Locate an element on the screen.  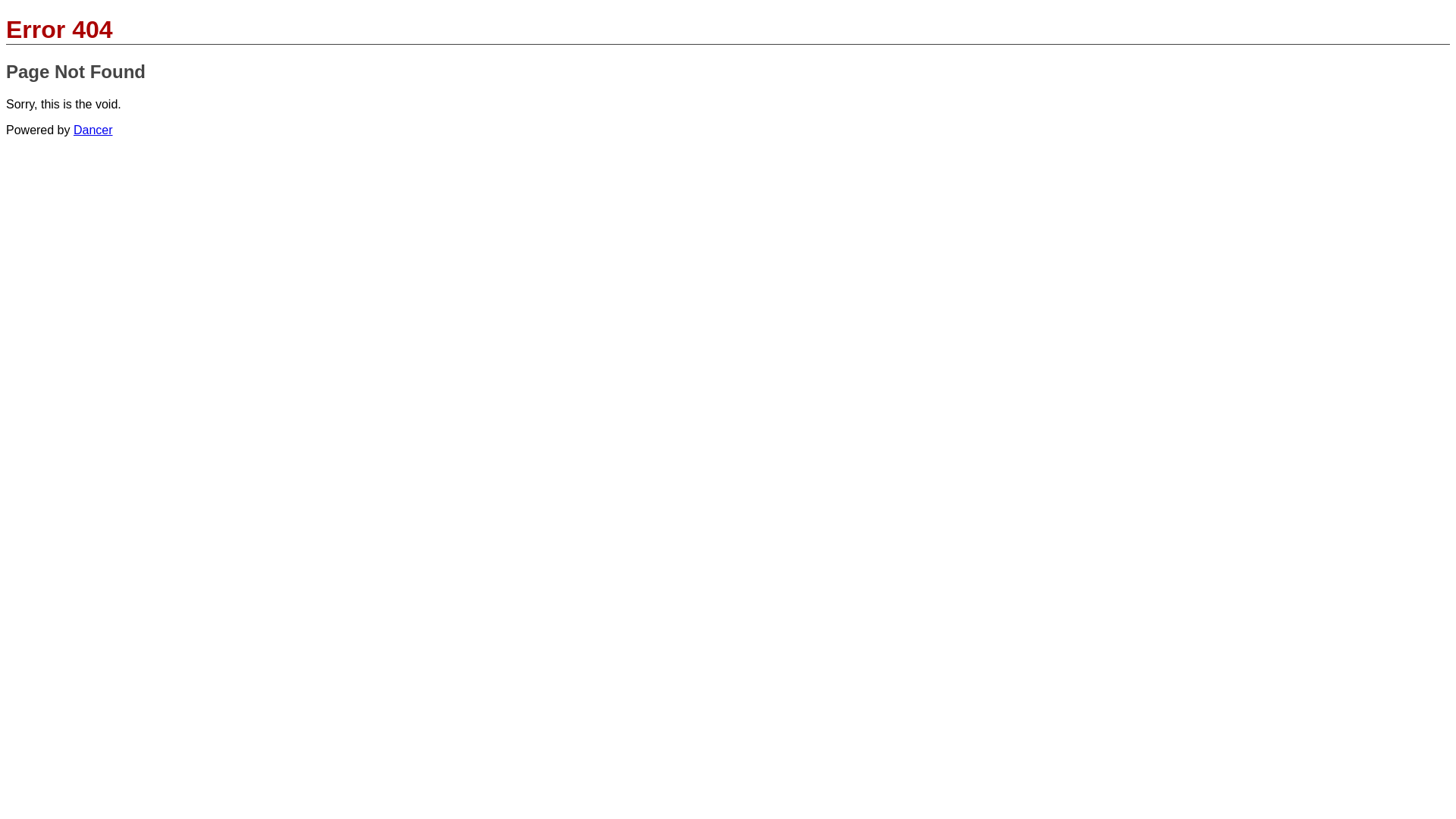
'Dancer' is located at coordinates (93, 129).